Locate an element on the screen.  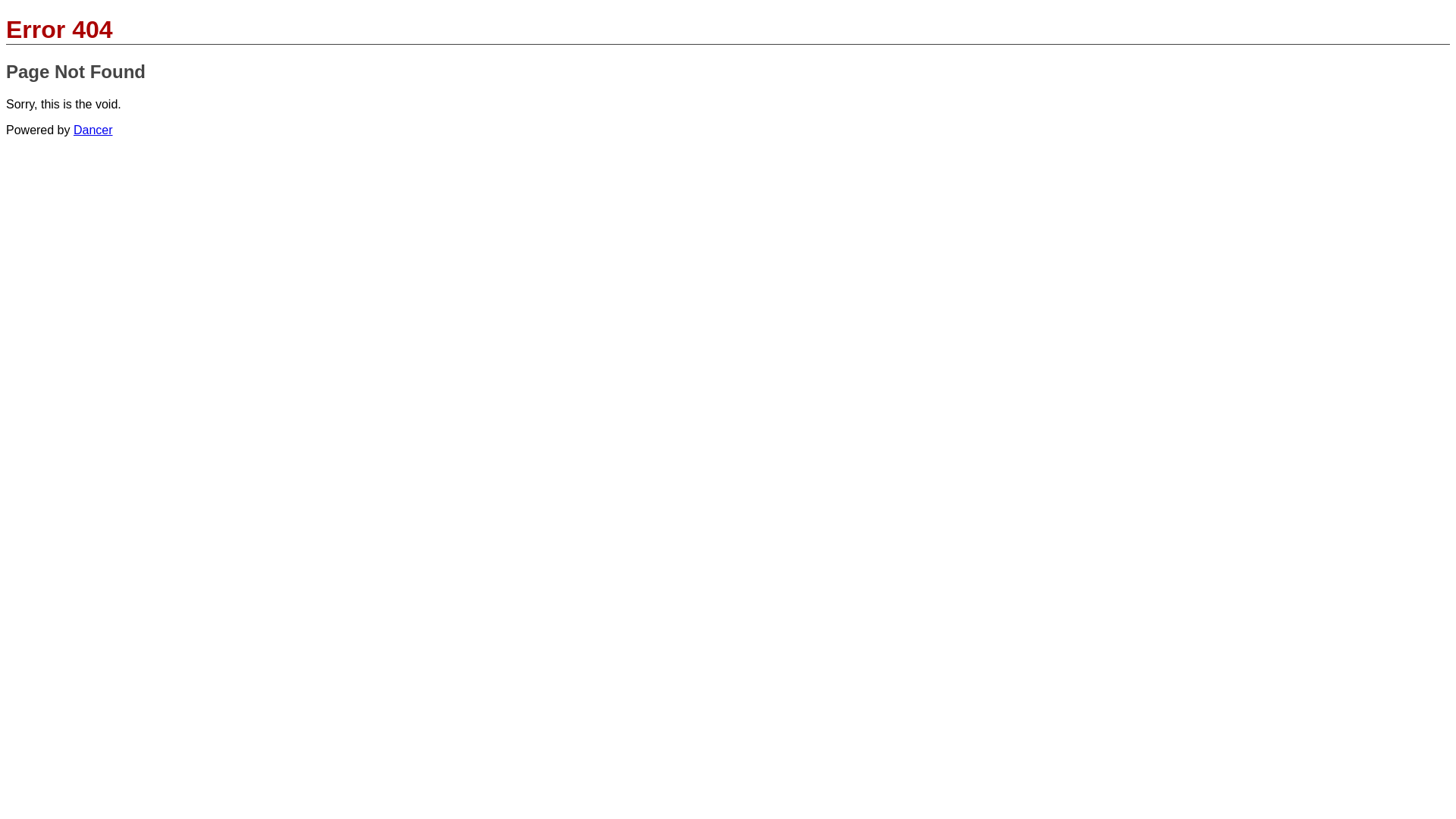
'Dancer' is located at coordinates (93, 129).